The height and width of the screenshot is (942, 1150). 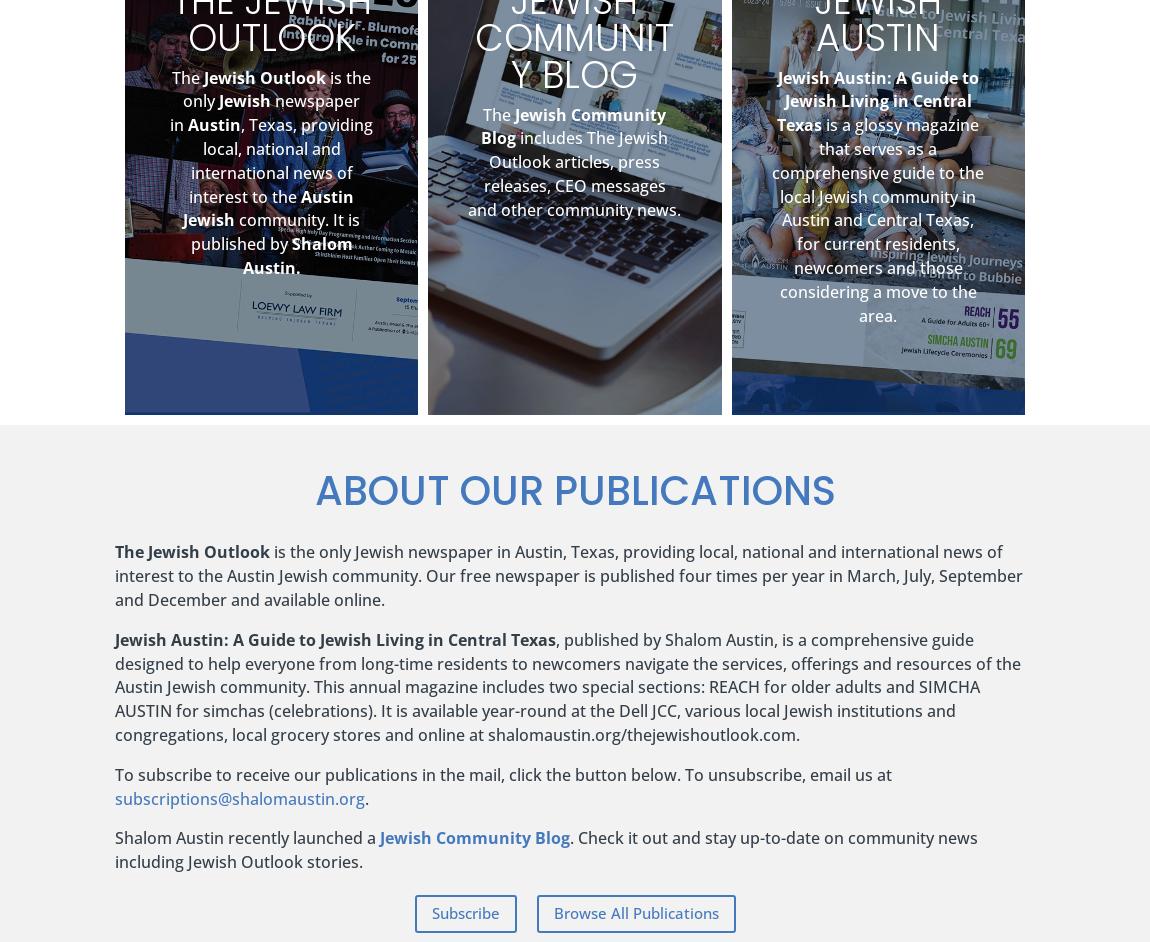 I want to click on 'community', so click(x=847, y=837).